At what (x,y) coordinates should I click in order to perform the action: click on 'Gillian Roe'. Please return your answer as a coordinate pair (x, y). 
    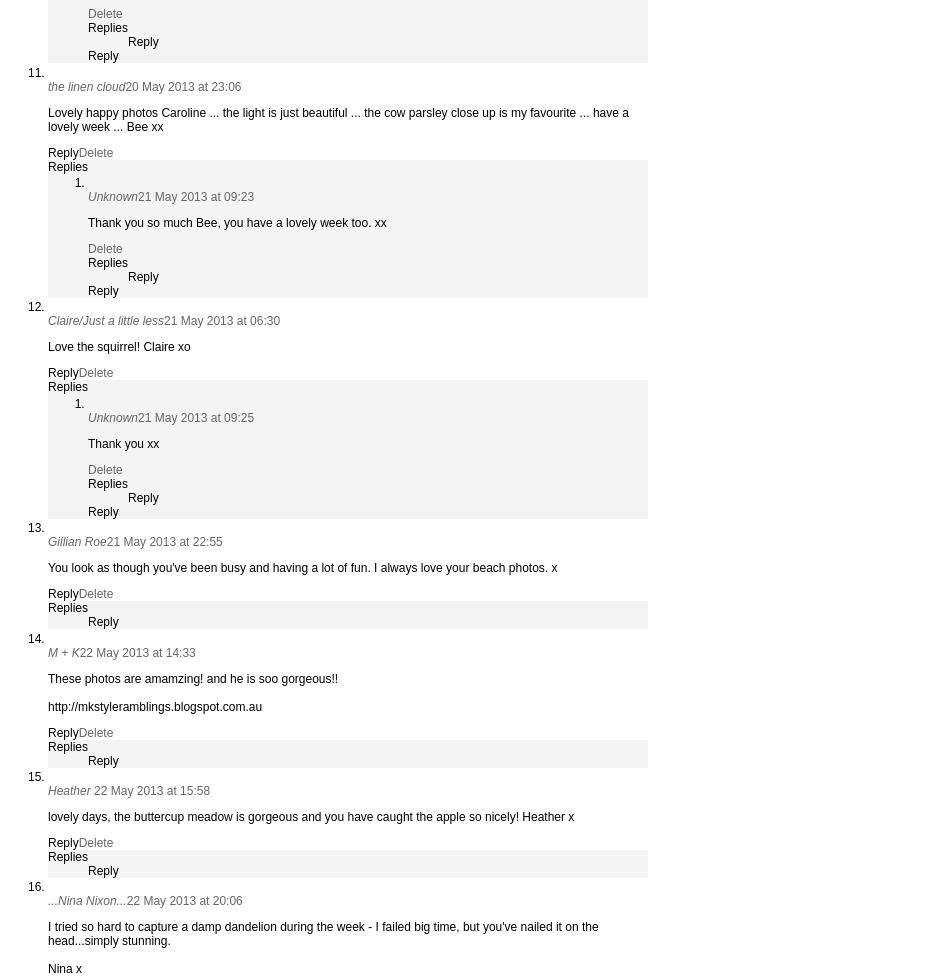
    Looking at the image, I should click on (76, 542).